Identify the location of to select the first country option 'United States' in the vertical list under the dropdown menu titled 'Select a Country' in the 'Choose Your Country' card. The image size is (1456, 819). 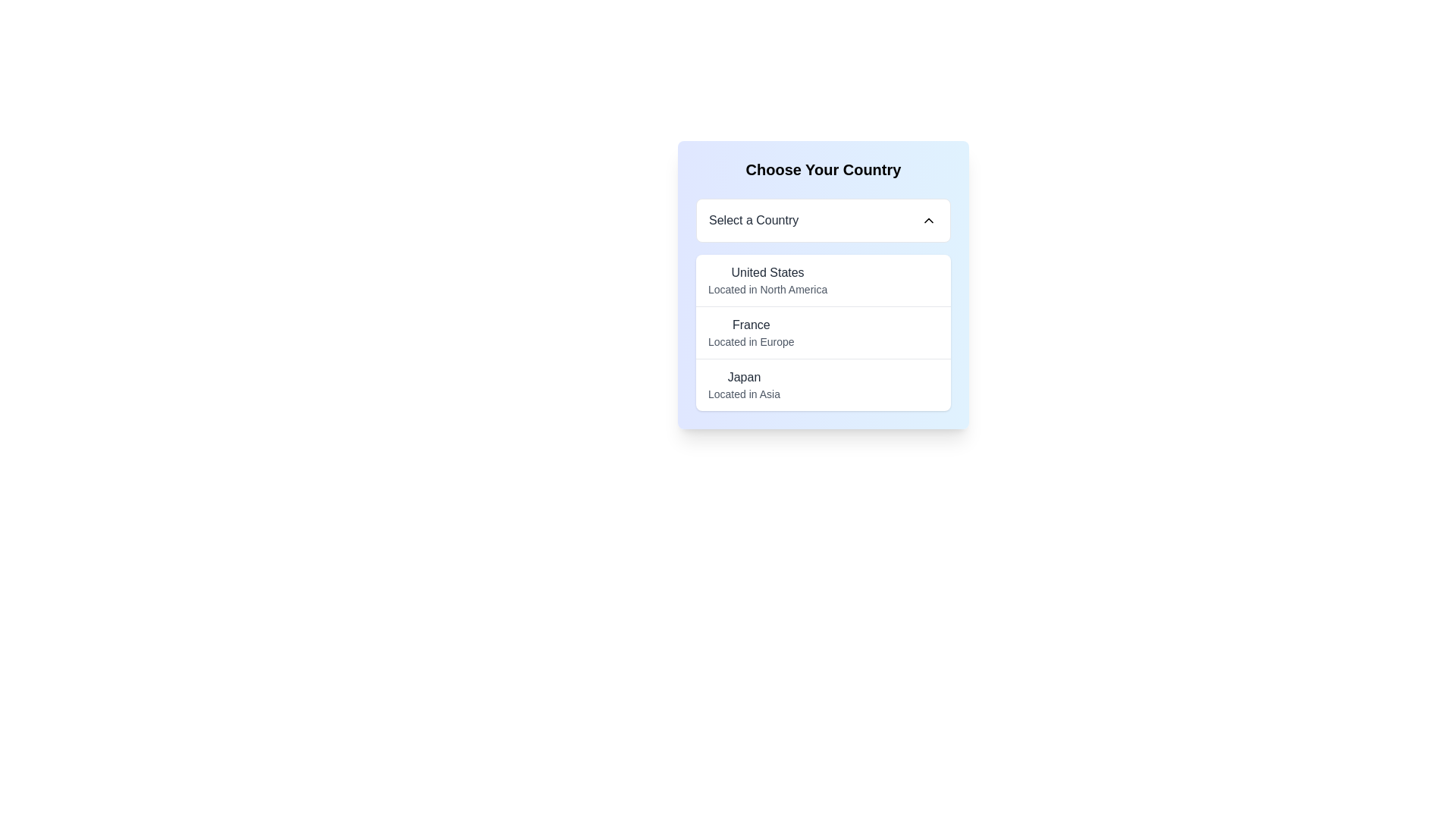
(767, 281).